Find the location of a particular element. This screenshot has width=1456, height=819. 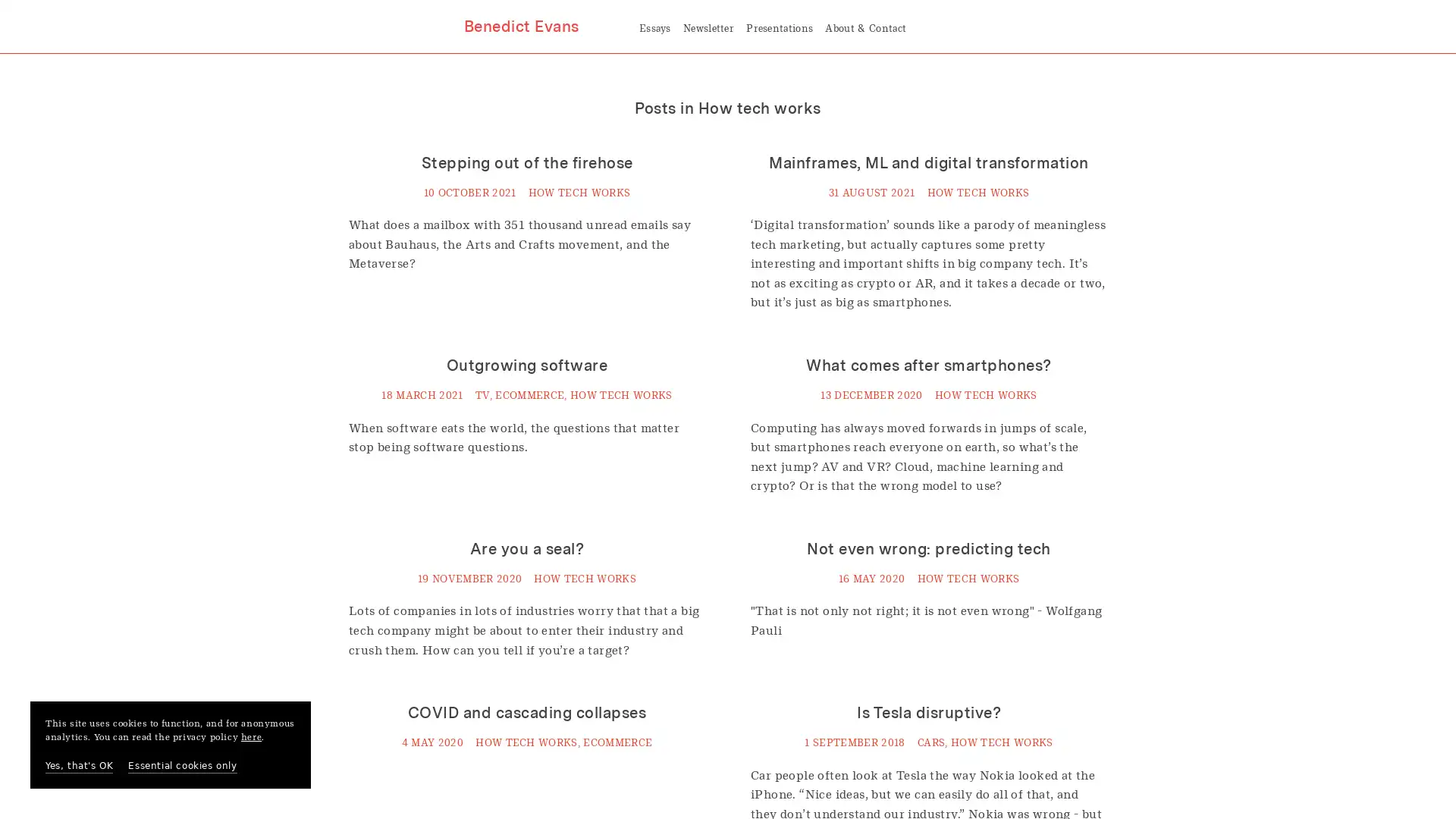

Yes, that's OK is located at coordinates (78, 766).